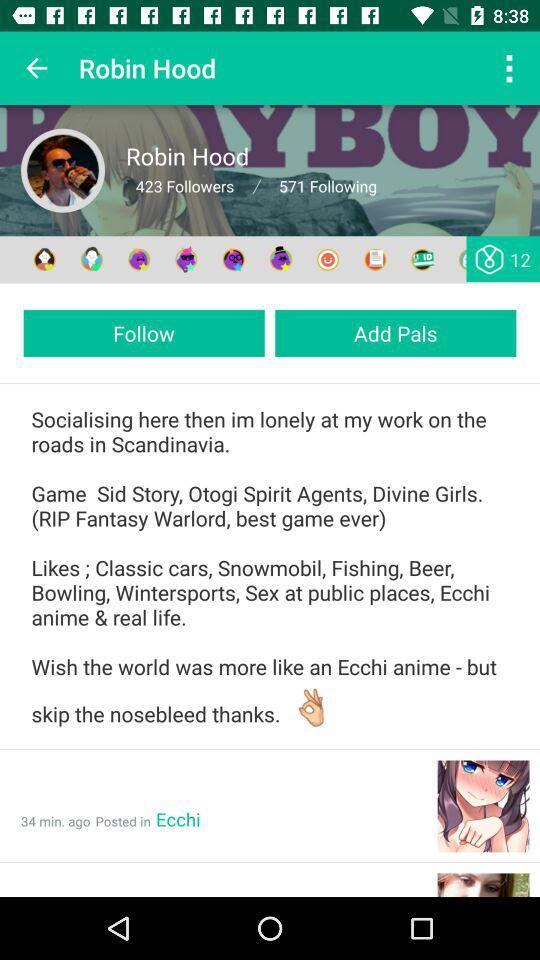  What do you see at coordinates (395, 333) in the screenshot?
I see `icon next to the follow item` at bounding box center [395, 333].